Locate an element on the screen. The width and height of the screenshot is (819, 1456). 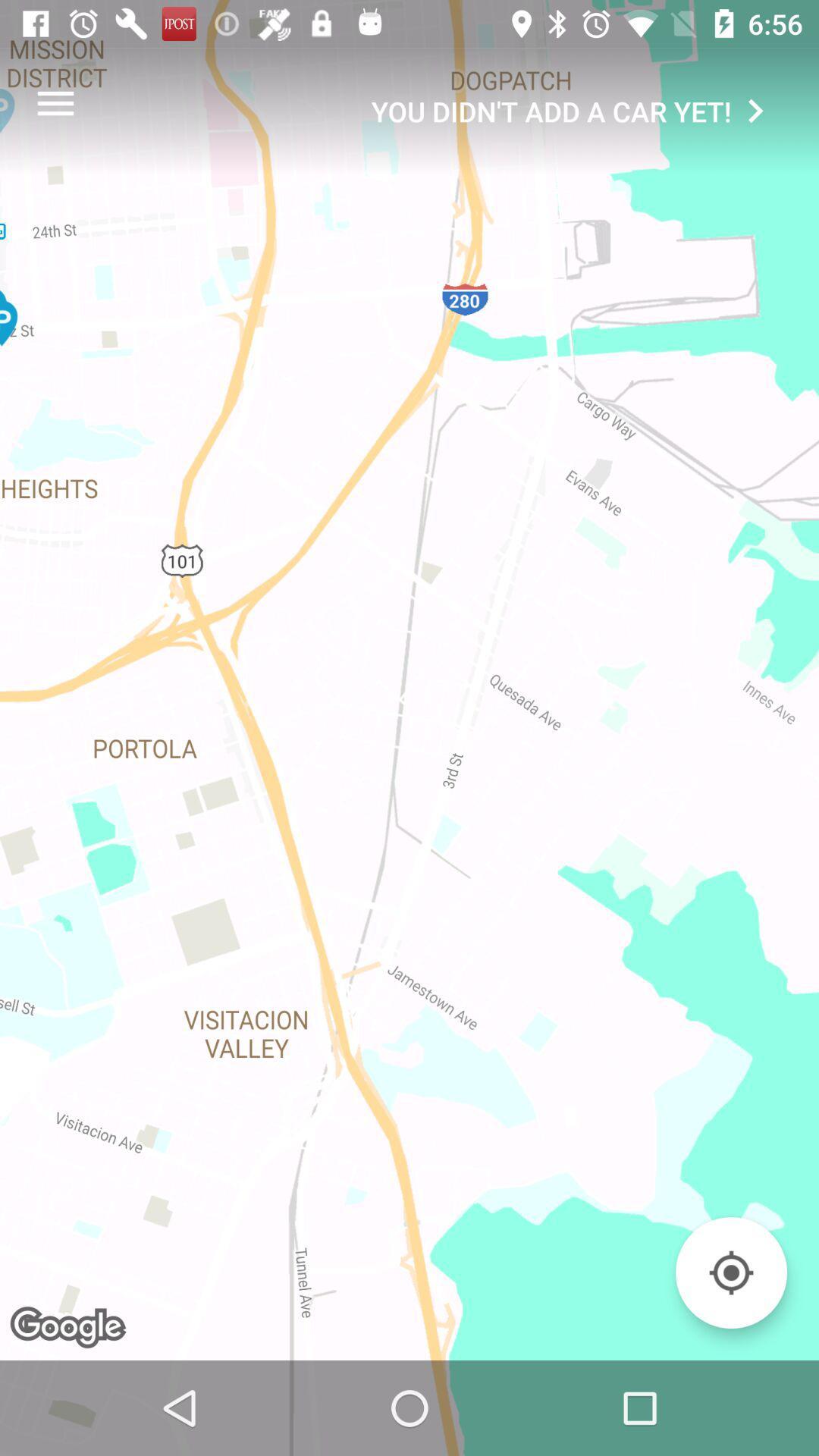
the you didn t icon is located at coordinates (575, 111).